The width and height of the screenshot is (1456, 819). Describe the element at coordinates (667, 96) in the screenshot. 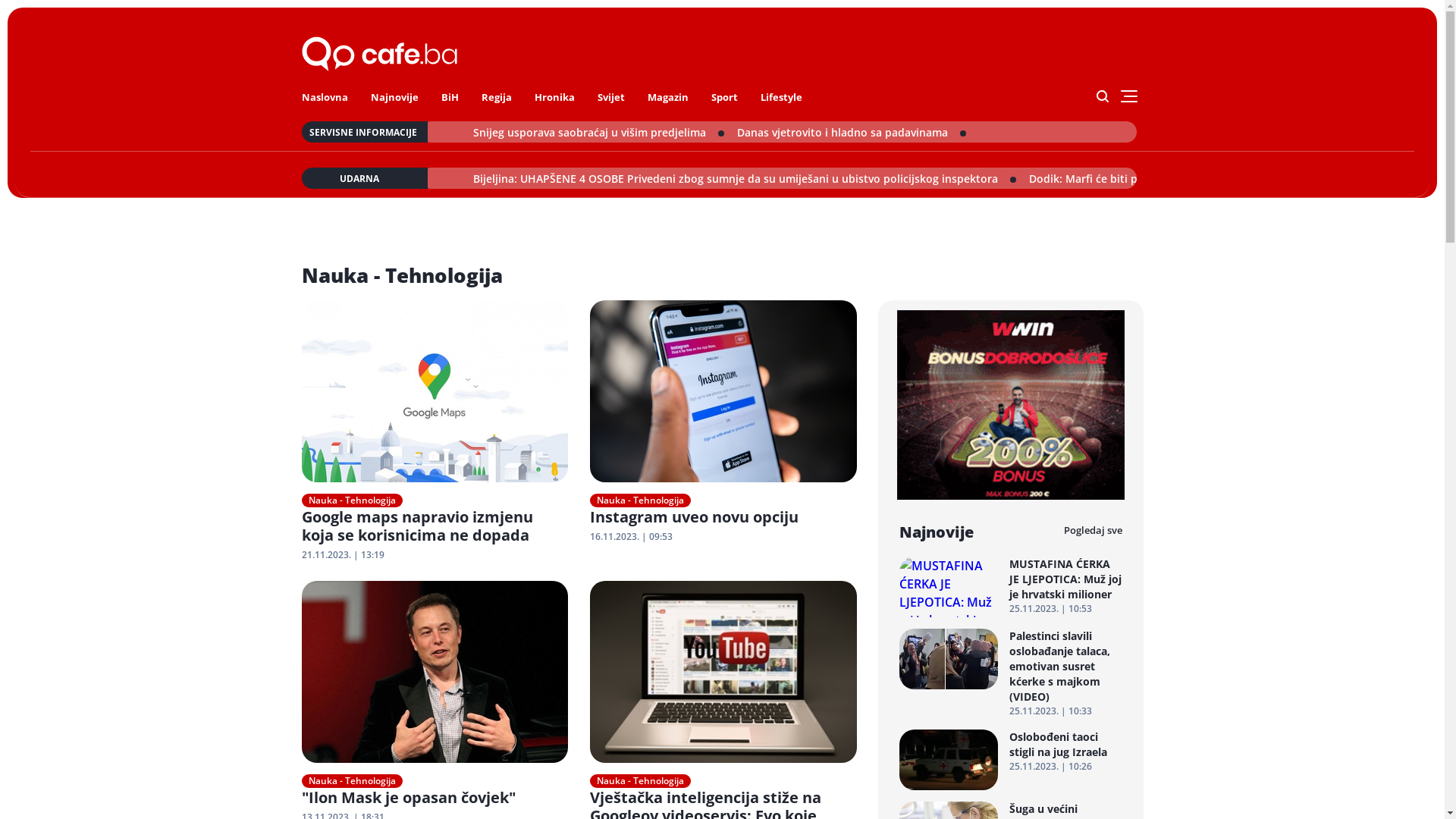

I see `'Magazin'` at that location.